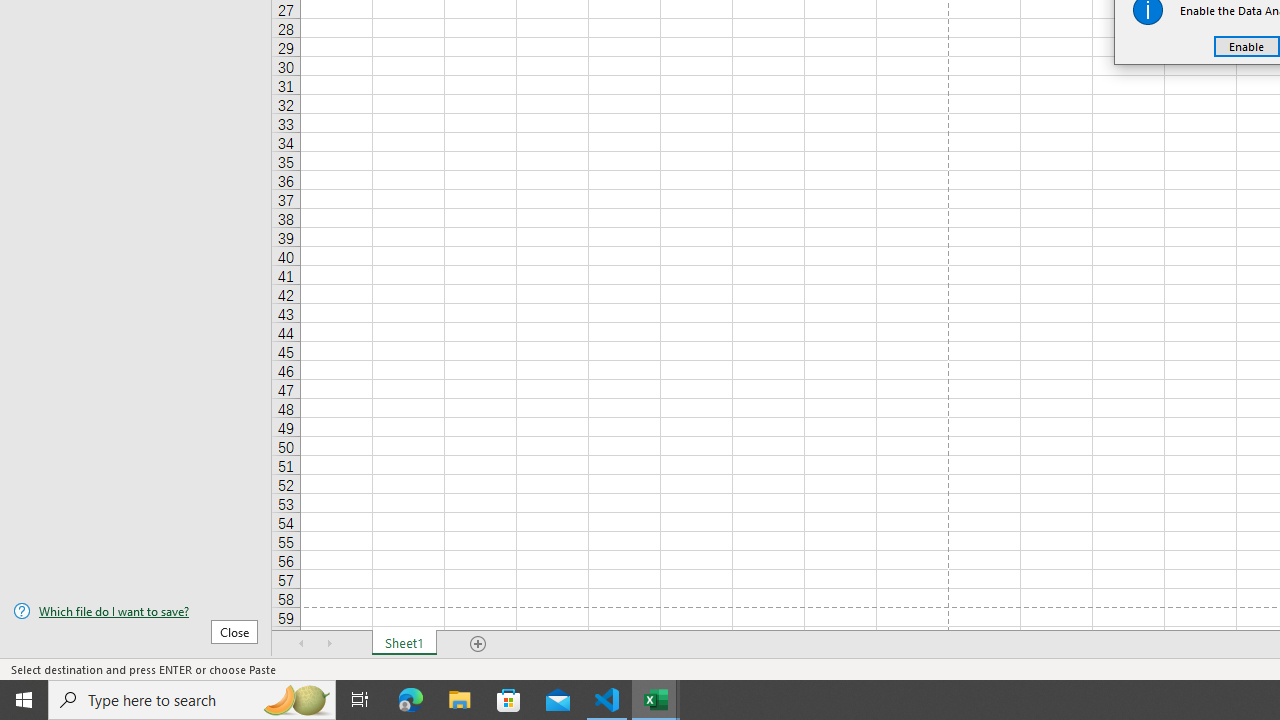 The image size is (1280, 720). Describe the element at coordinates (459, 698) in the screenshot. I see `'File Explorer'` at that location.